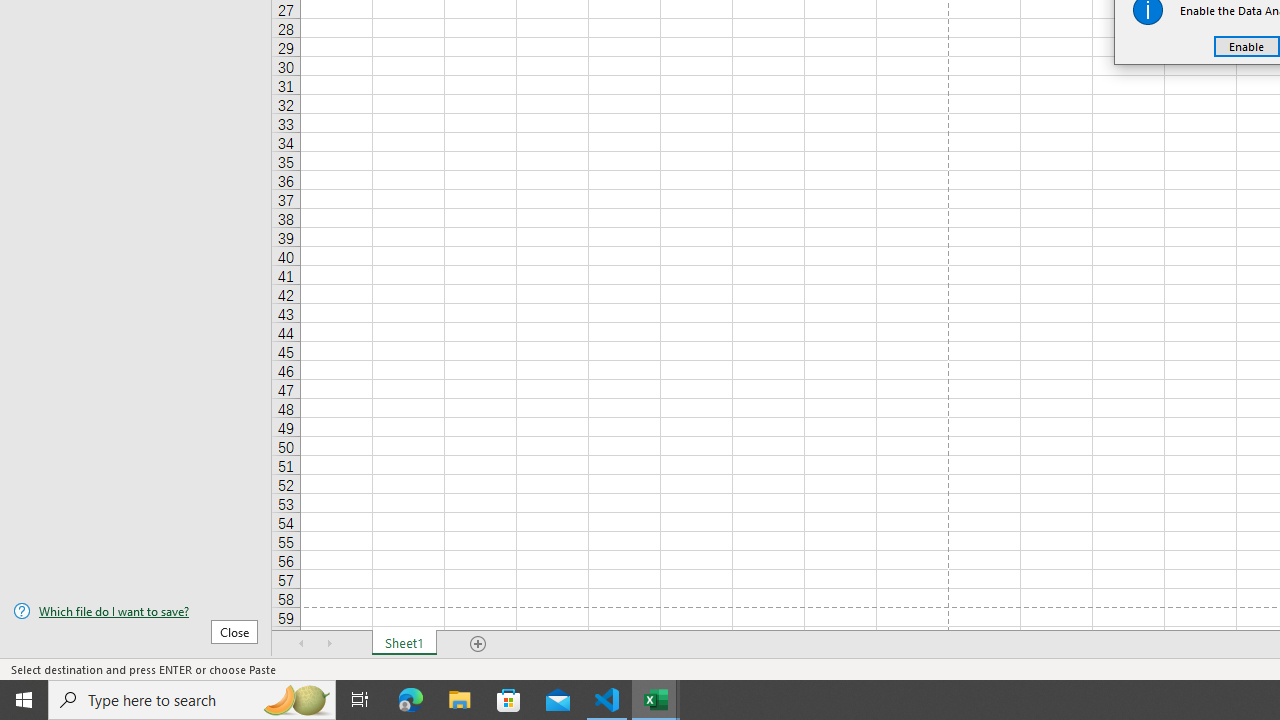 The image size is (1280, 720). Describe the element at coordinates (459, 698) in the screenshot. I see `'File Explorer'` at that location.